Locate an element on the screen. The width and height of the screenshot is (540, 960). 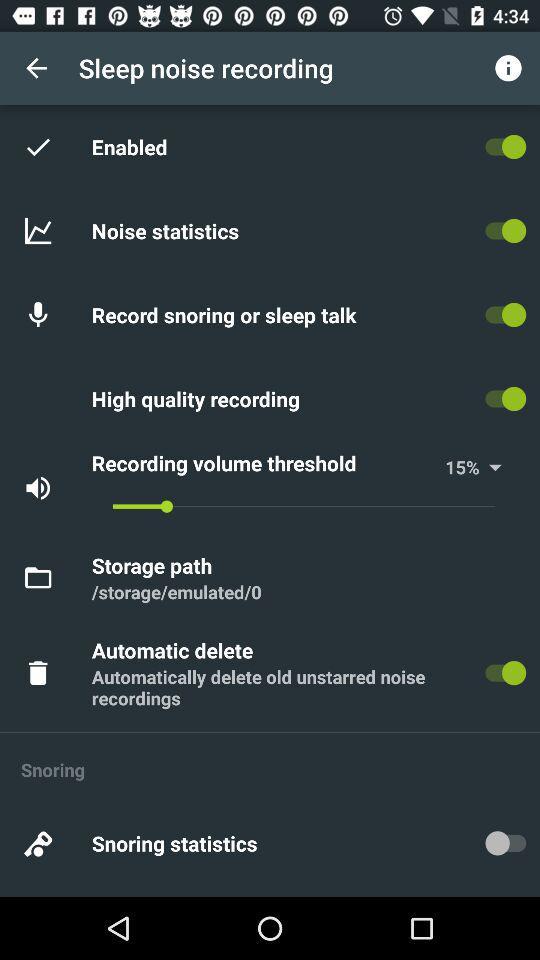
the item below the high quality recording item is located at coordinates (265, 463).